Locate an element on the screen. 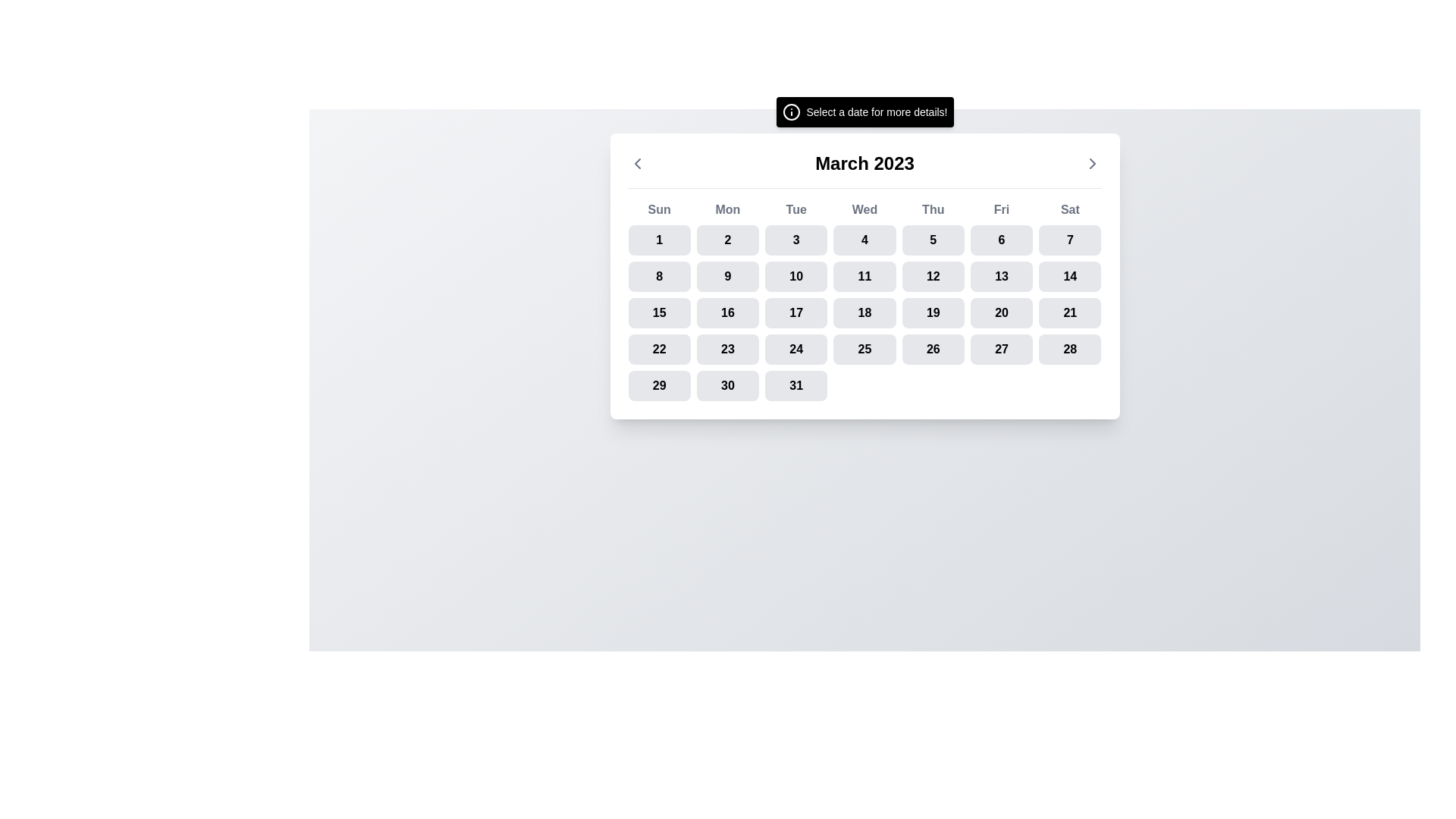  the button-like calendar date cell displaying '20' is located at coordinates (1002, 312).